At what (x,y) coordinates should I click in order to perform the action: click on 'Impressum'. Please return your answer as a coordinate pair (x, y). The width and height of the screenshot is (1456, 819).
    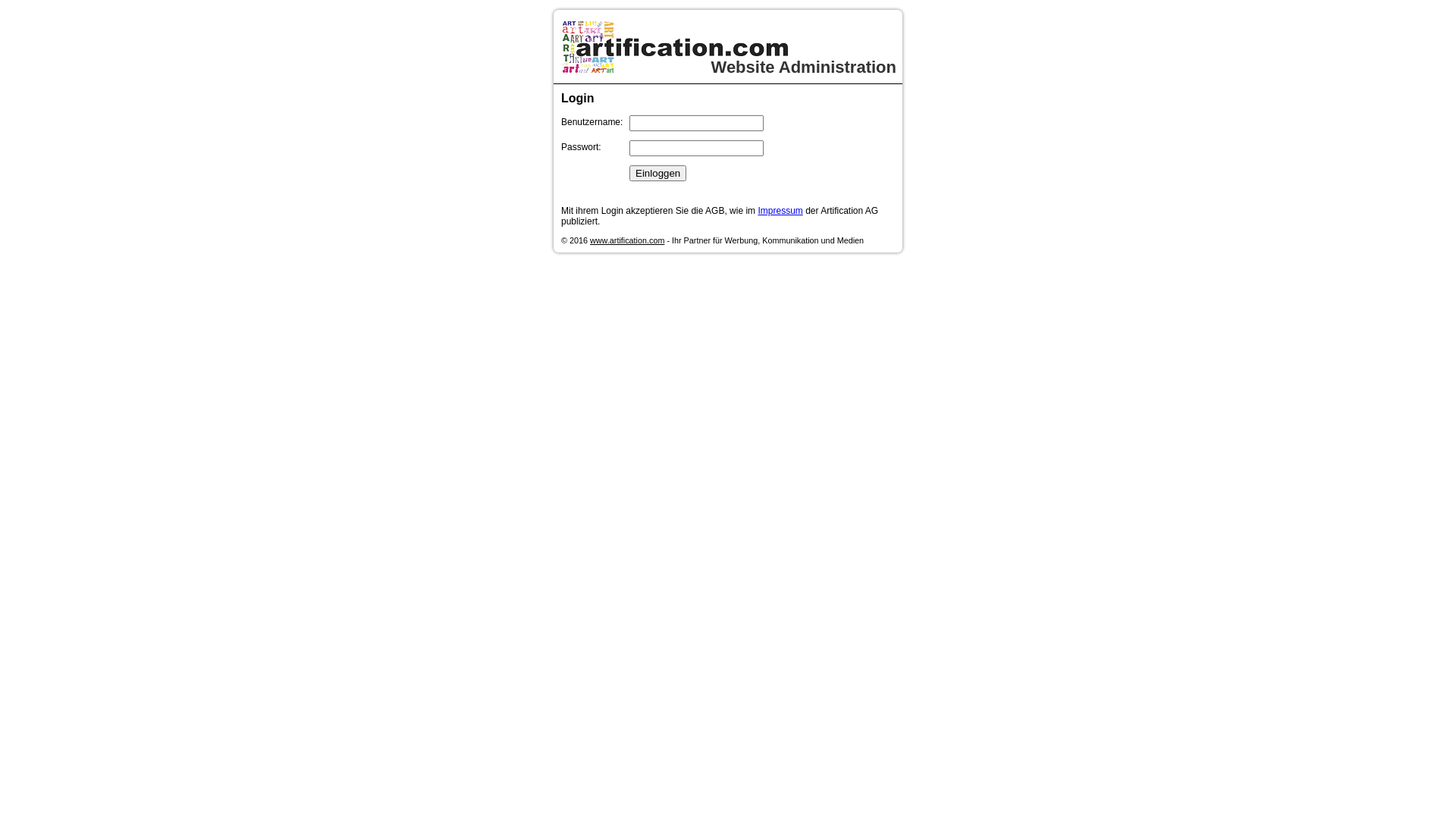
    Looking at the image, I should click on (780, 210).